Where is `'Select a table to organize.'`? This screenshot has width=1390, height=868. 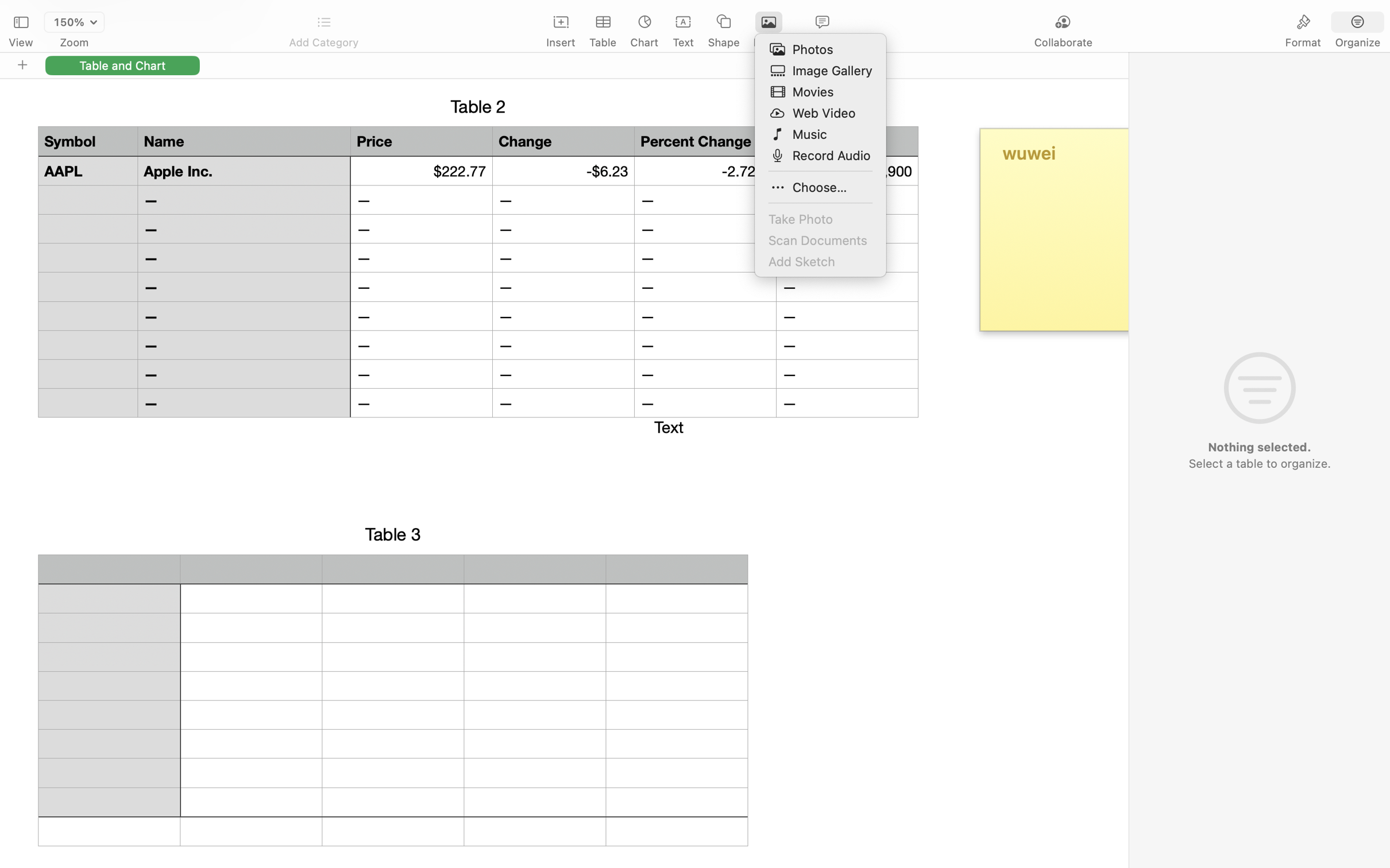 'Select a table to organize.' is located at coordinates (1258, 463).